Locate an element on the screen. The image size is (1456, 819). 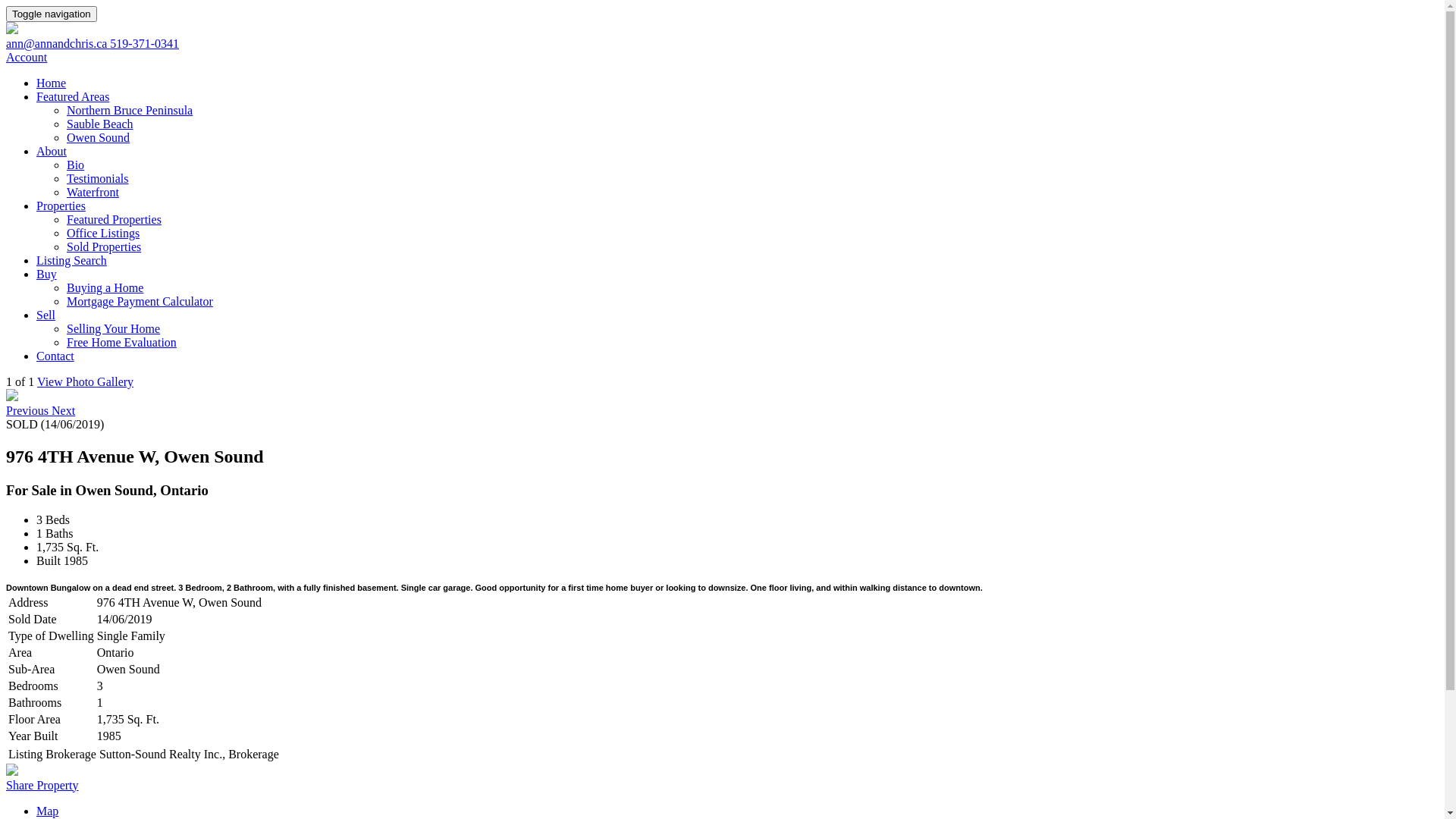
'About' is located at coordinates (36, 151).